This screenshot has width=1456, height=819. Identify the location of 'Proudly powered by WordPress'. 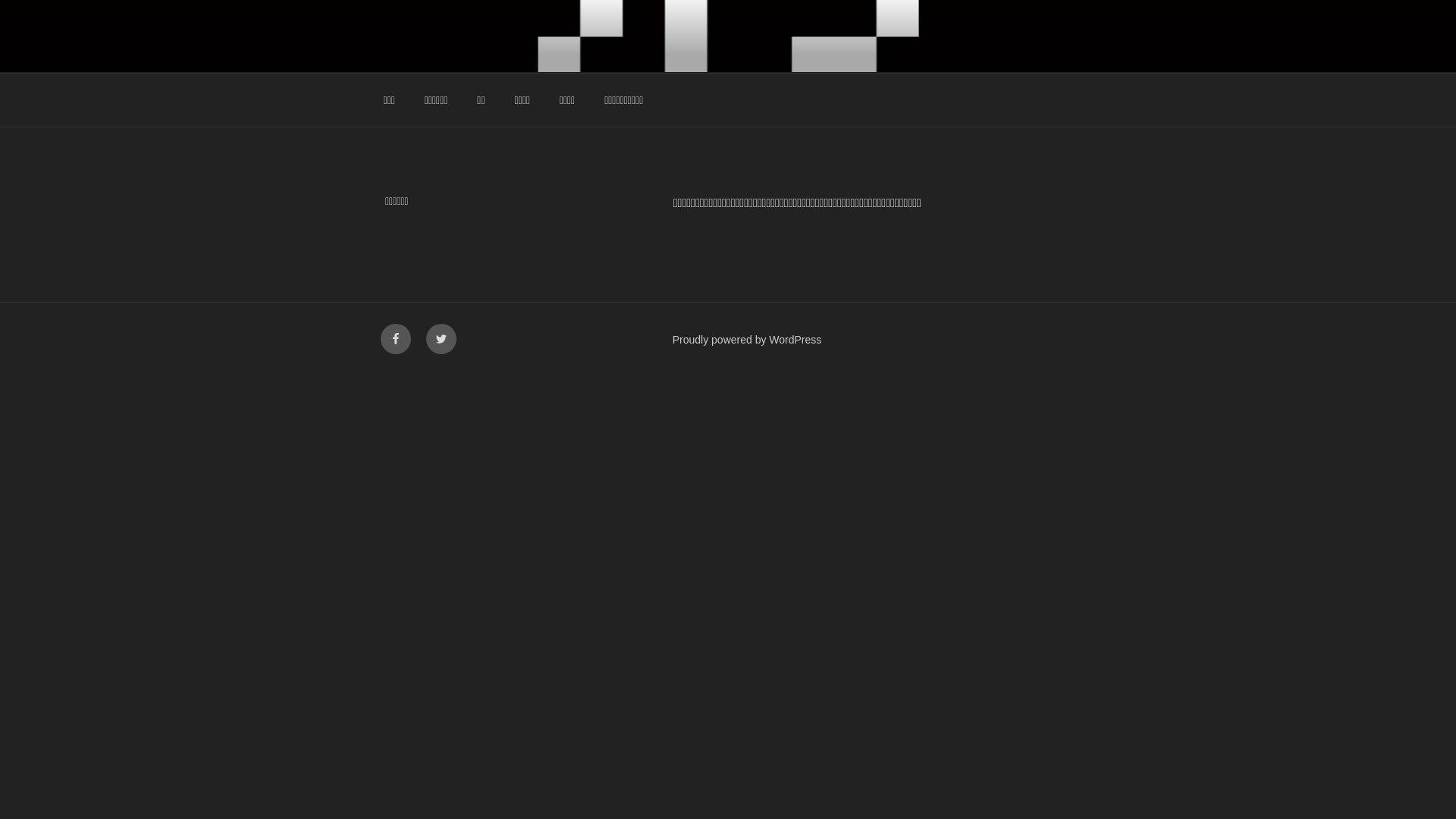
(747, 338).